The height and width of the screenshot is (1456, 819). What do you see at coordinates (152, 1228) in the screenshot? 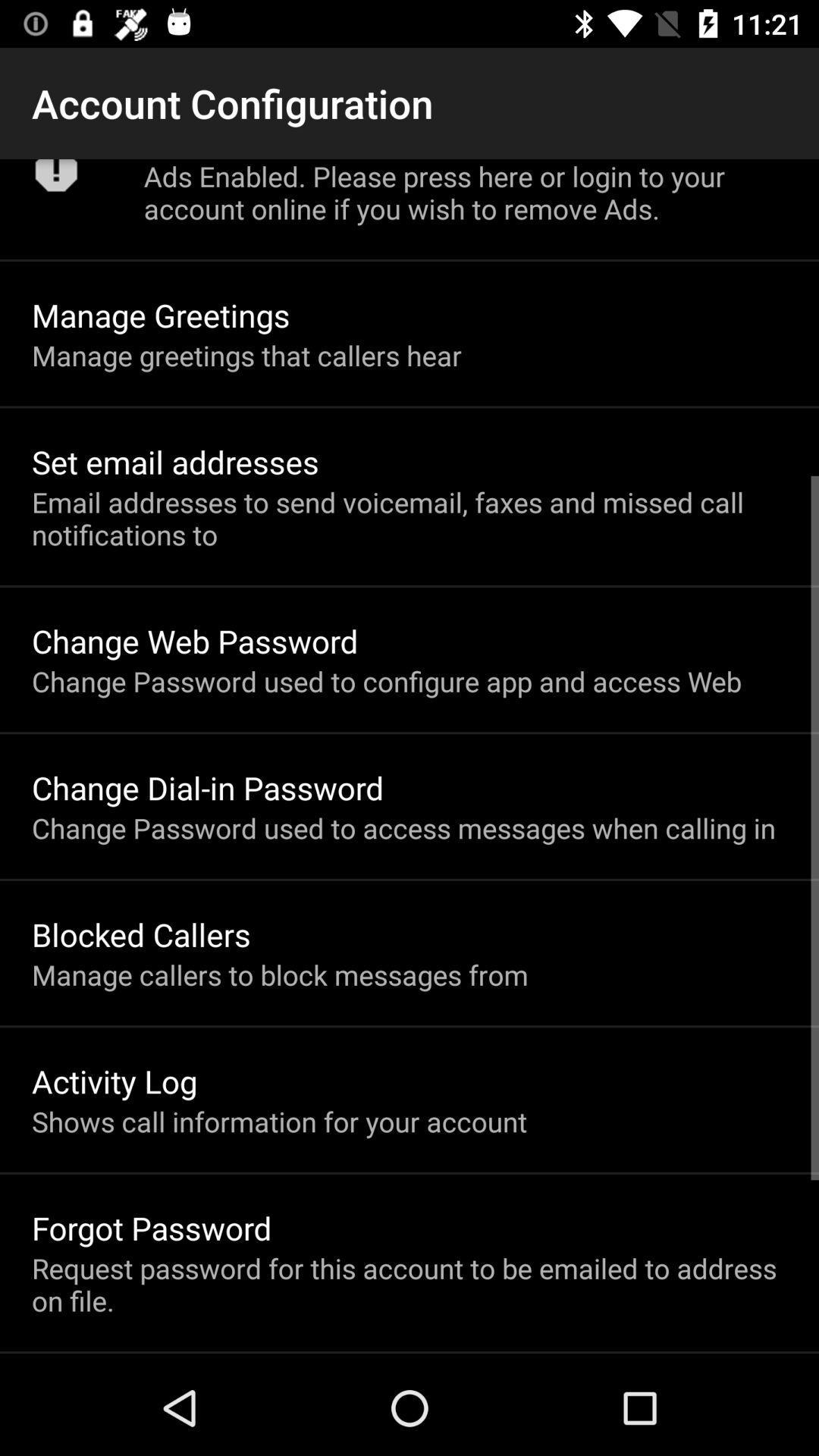
I see `the forgot password` at bounding box center [152, 1228].